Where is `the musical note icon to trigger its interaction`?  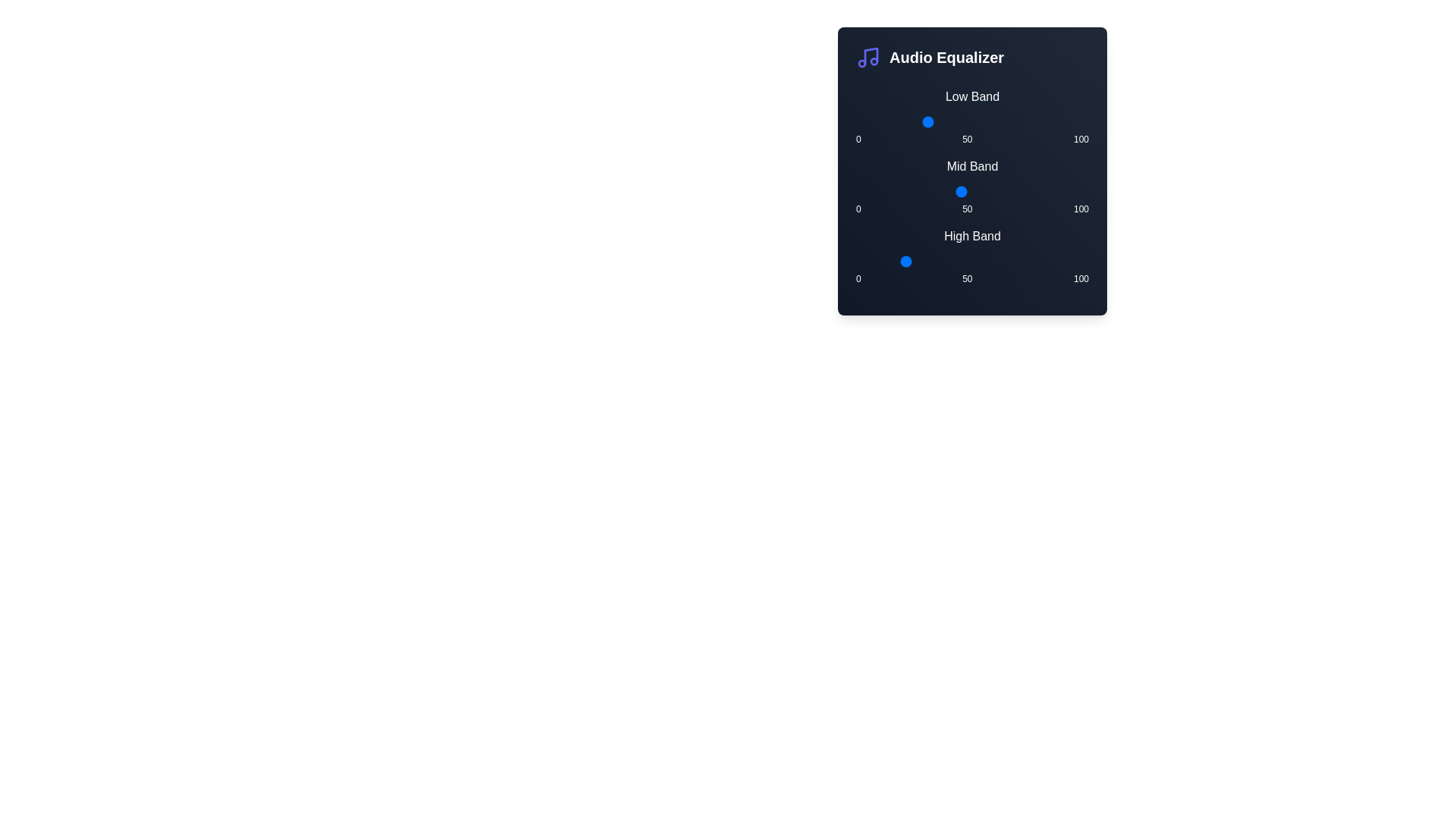
the musical note icon to trigger its interaction is located at coordinates (868, 57).